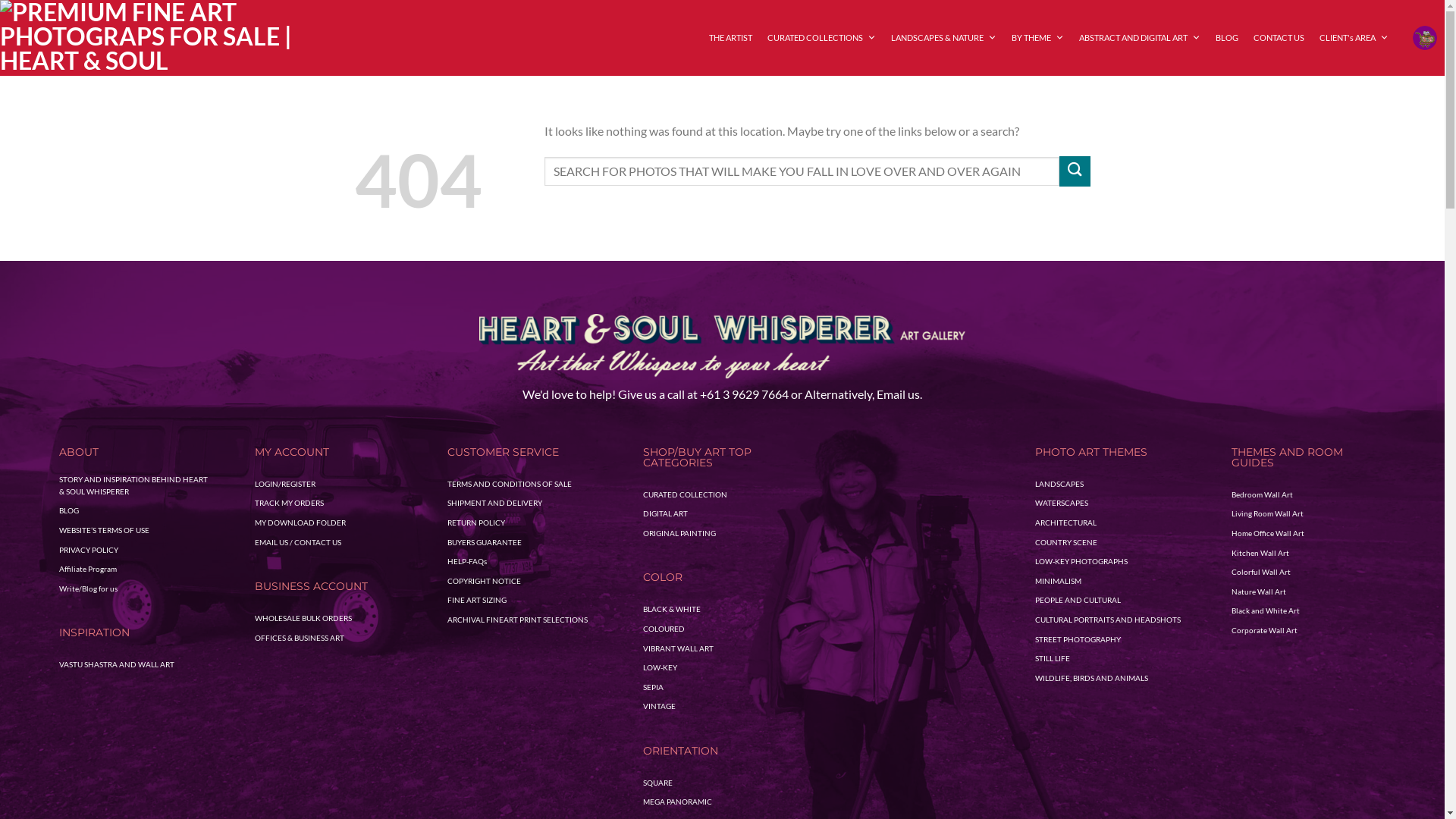  Describe the element at coordinates (115, 663) in the screenshot. I see `'VASTU SHASTRA AND WALL ART'` at that location.